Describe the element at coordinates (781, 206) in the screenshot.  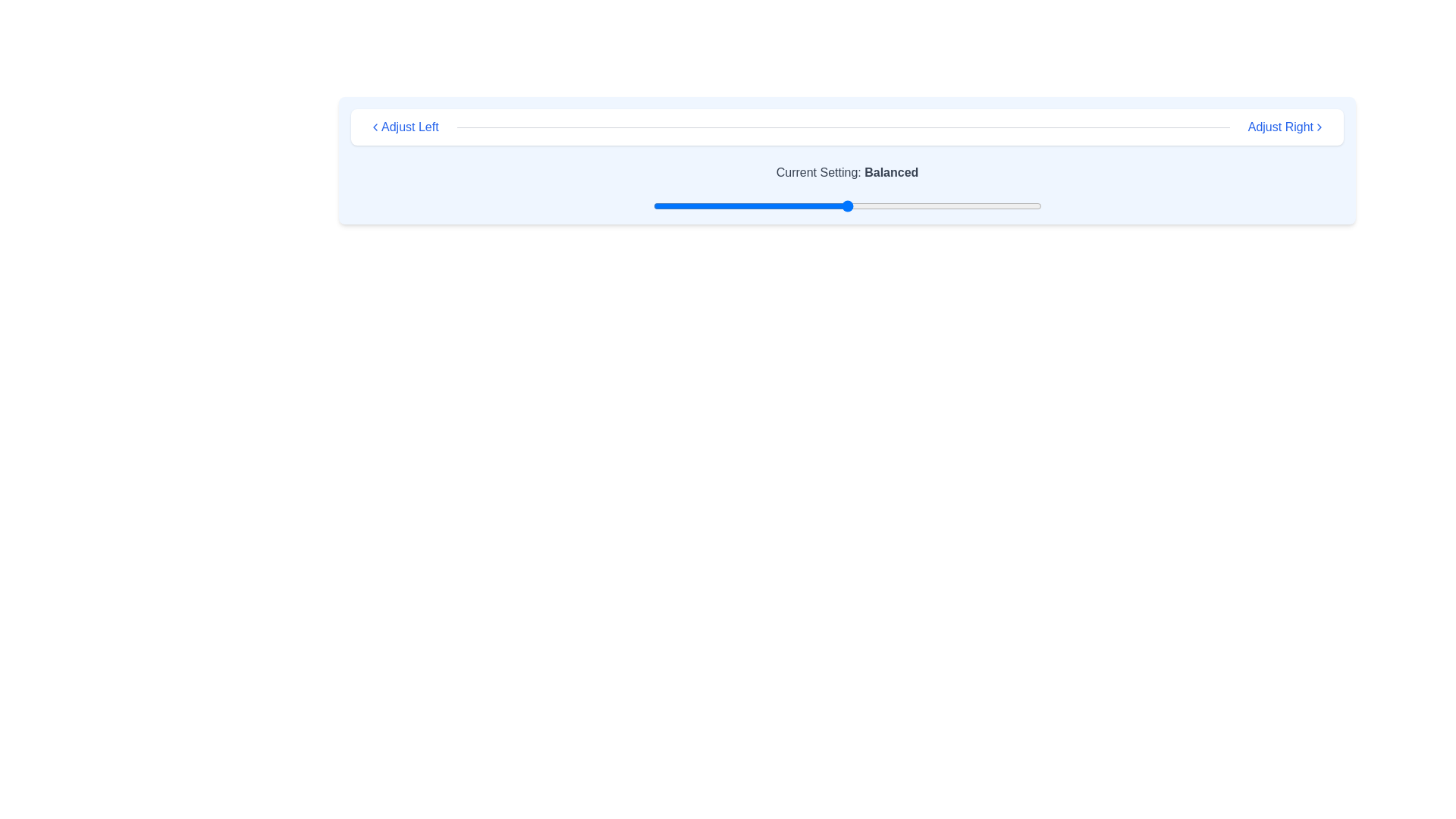
I see `the slider` at that location.